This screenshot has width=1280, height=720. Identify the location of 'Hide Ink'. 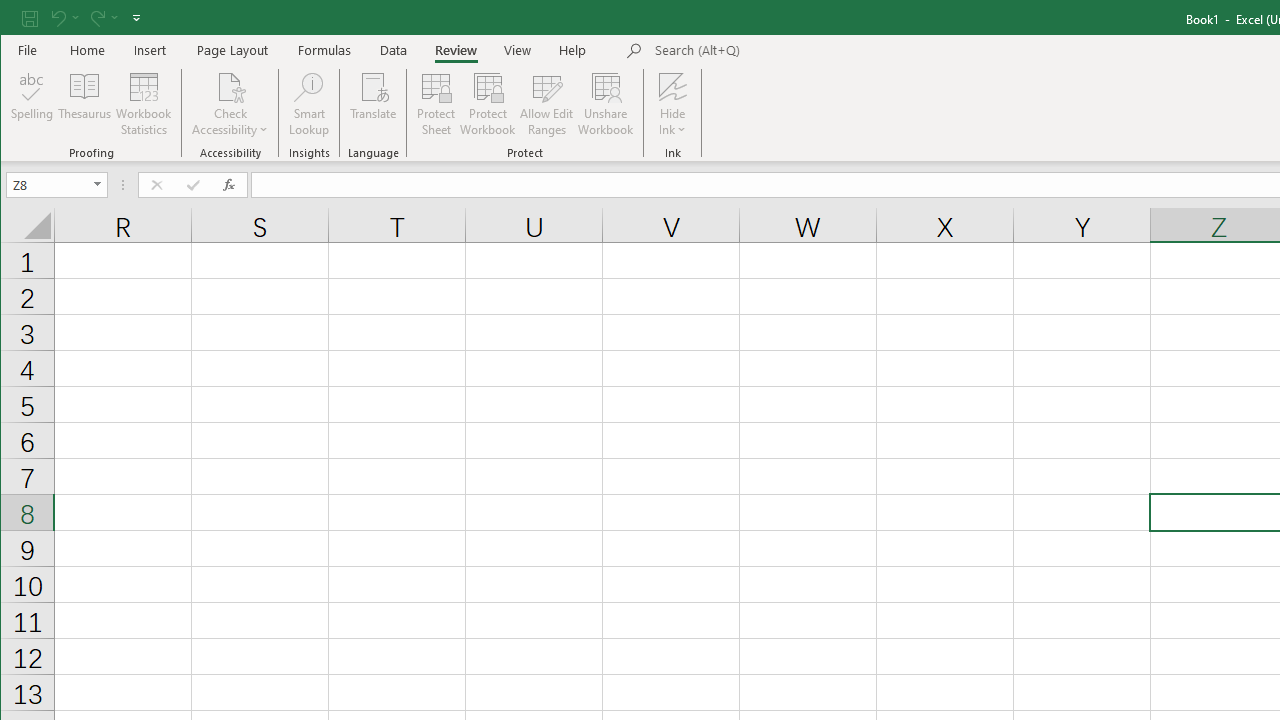
(672, 104).